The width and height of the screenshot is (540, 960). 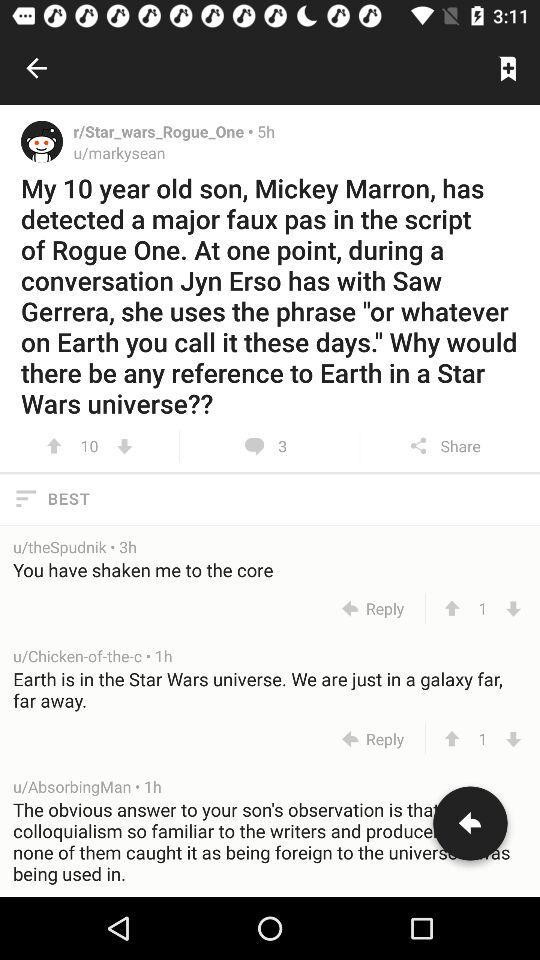 What do you see at coordinates (164, 130) in the screenshot?
I see `the item next to the 5h item` at bounding box center [164, 130].